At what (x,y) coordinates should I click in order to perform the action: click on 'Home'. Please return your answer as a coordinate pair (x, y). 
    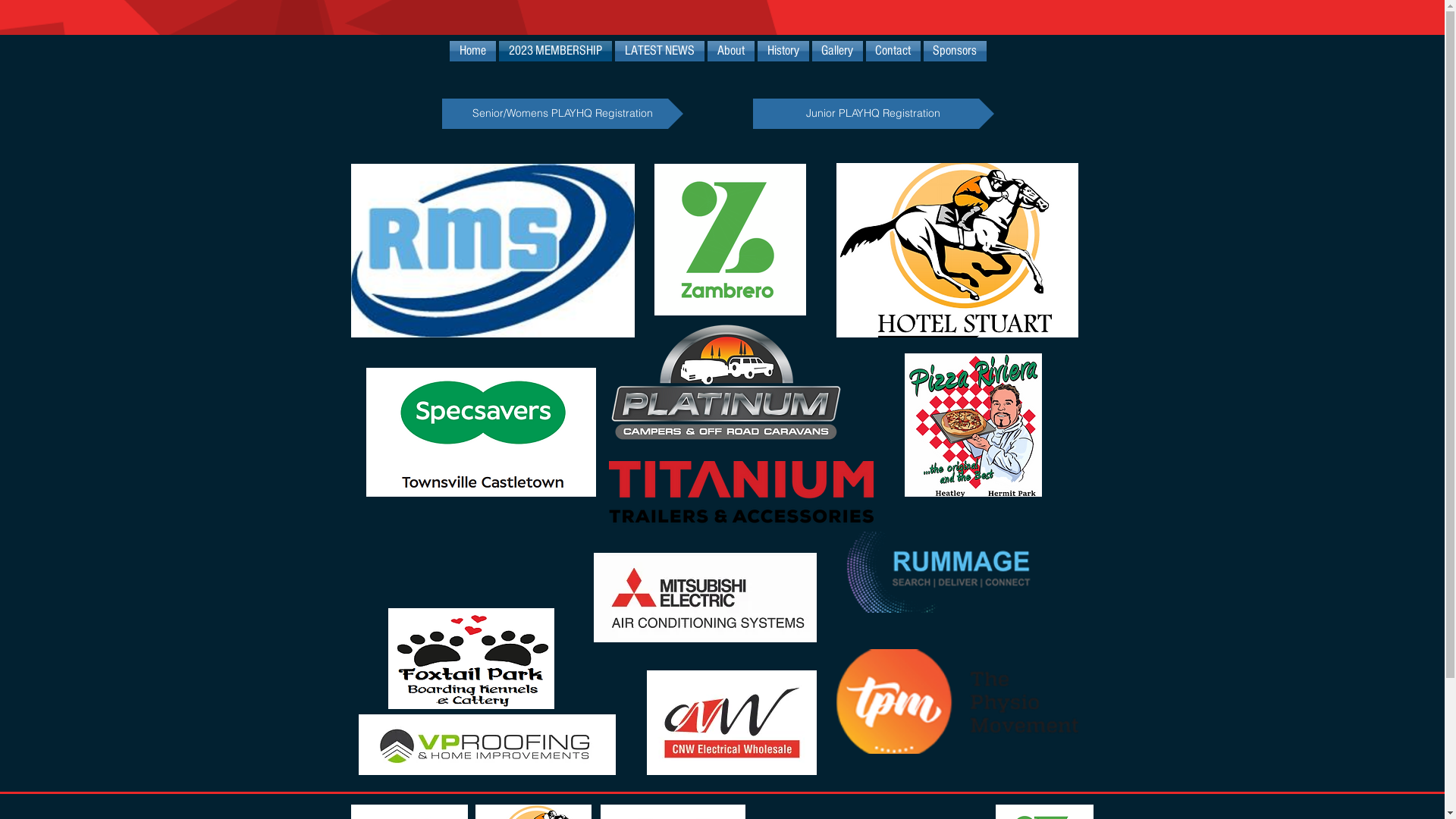
    Looking at the image, I should click on (472, 50).